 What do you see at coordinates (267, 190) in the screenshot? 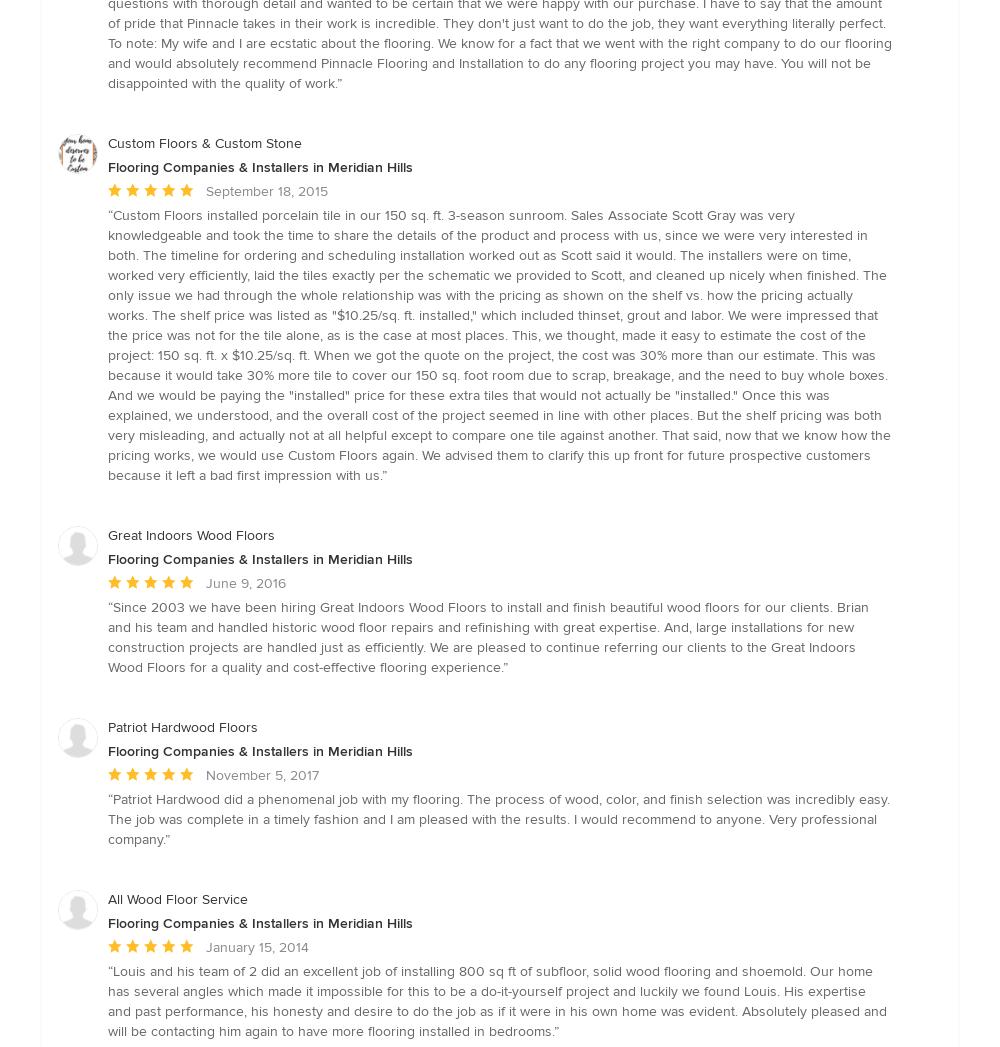
I see `'September 18, 2015'` at bounding box center [267, 190].